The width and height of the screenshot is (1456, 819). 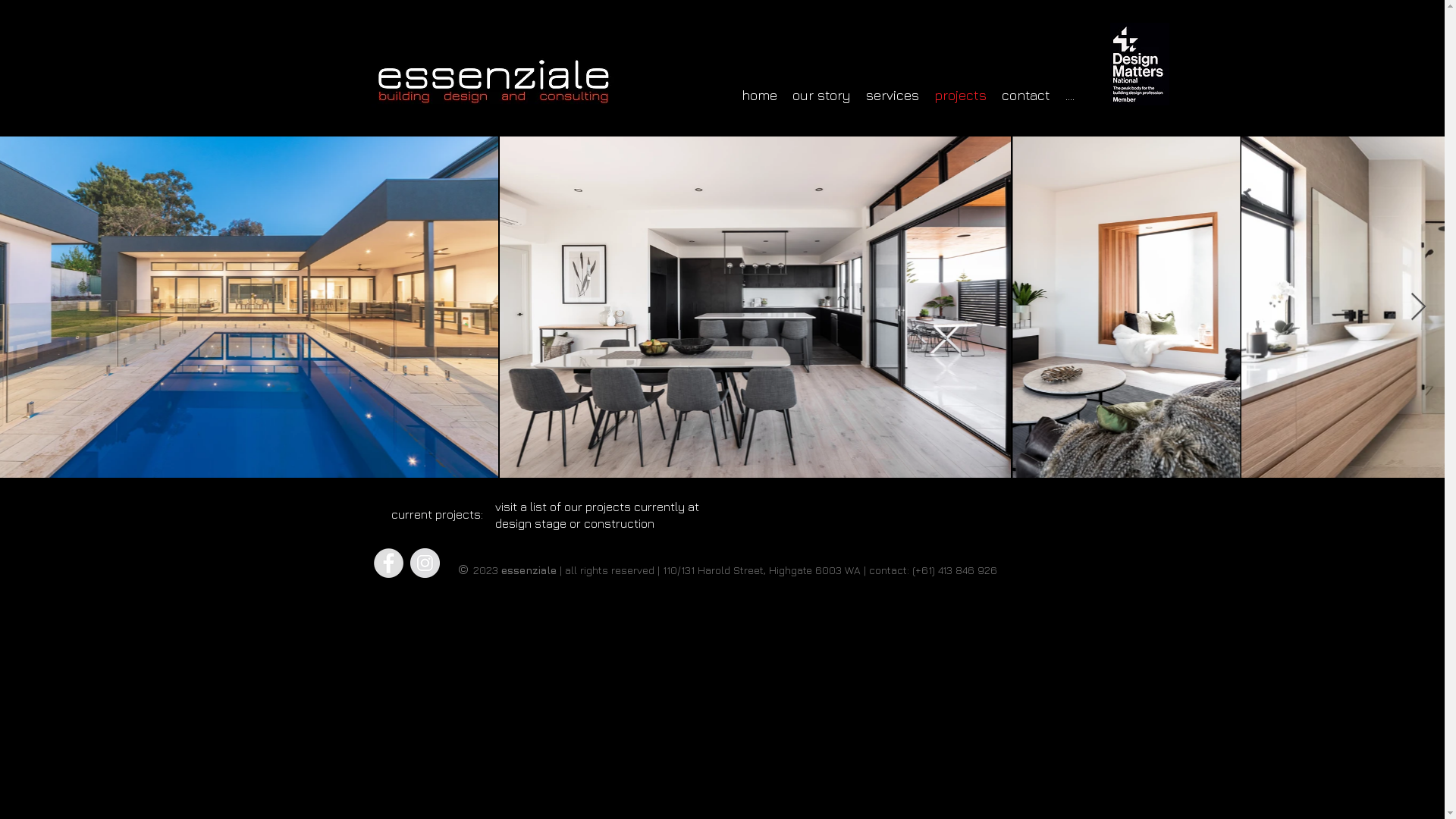 I want to click on 'contact', so click(x=1025, y=96).